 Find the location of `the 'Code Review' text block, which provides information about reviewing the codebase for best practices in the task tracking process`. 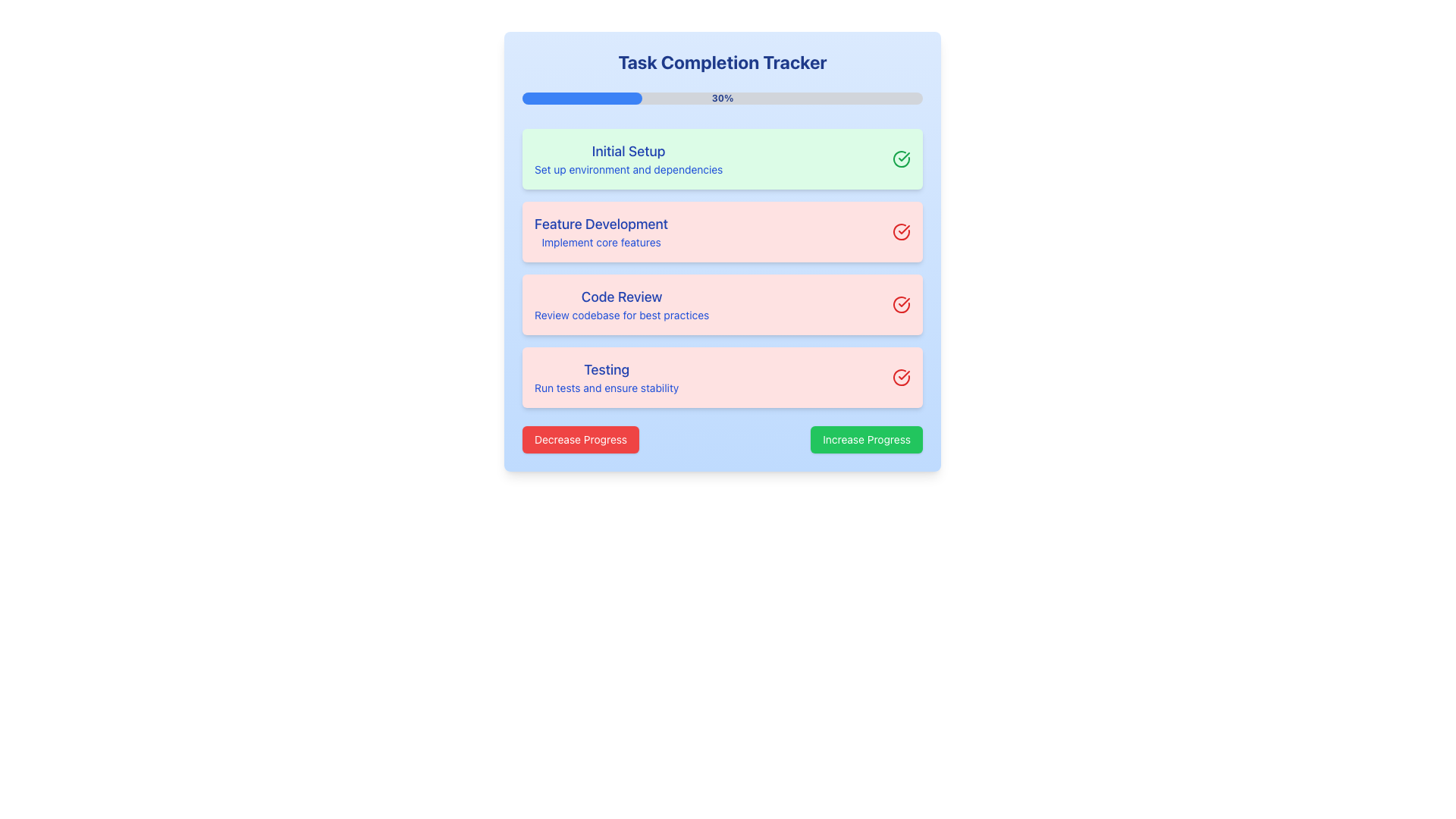

the 'Code Review' text block, which provides information about reviewing the codebase for best practices in the task tracking process is located at coordinates (622, 304).